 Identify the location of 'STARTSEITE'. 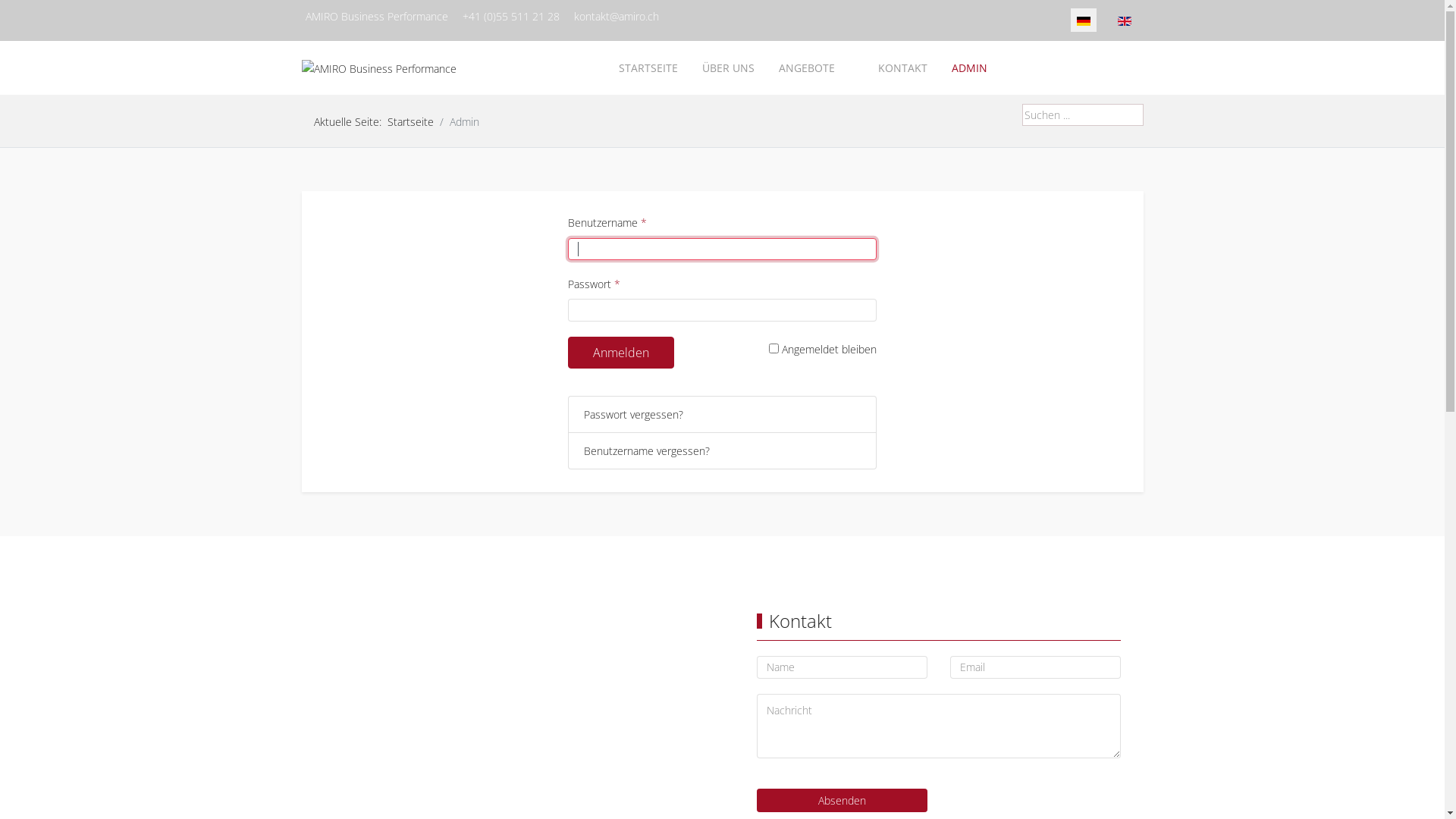
(648, 67).